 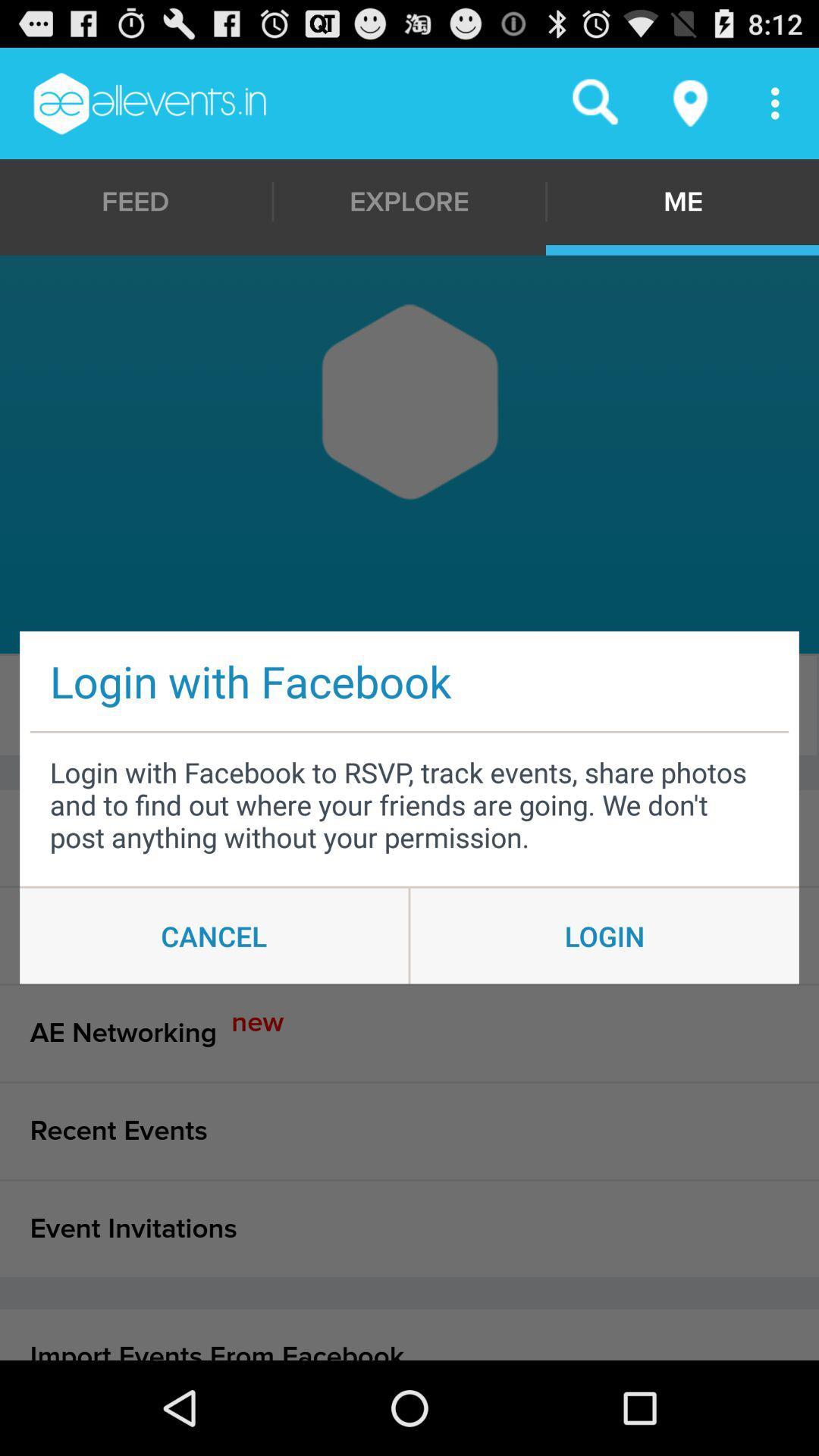 What do you see at coordinates (405, 704) in the screenshot?
I see `the item next to events icon` at bounding box center [405, 704].